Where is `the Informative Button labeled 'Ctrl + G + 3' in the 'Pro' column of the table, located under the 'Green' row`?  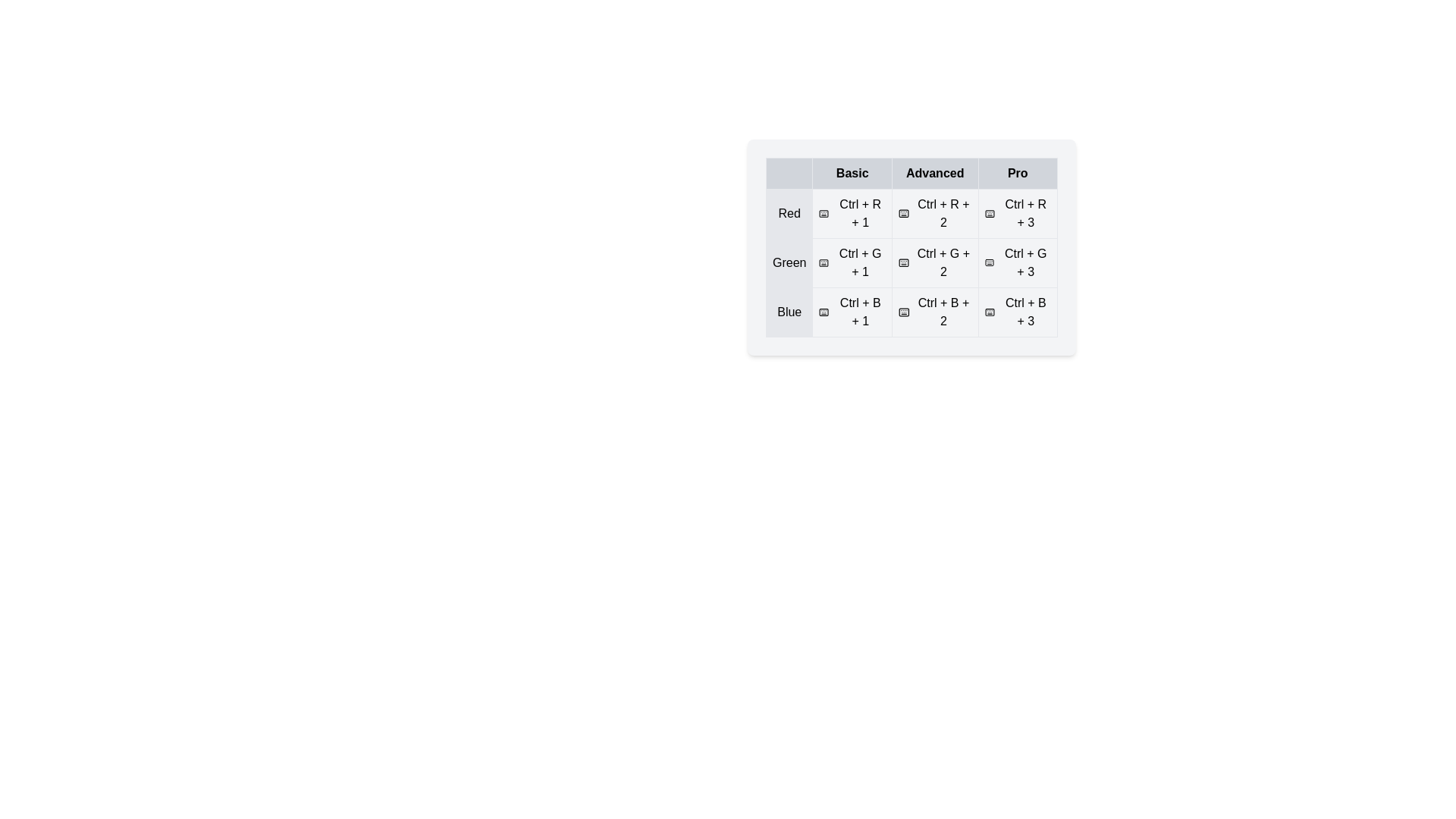
the Informative Button labeled 'Ctrl + G + 3' in the 'Pro' column of the table, located under the 'Green' row is located at coordinates (1018, 262).